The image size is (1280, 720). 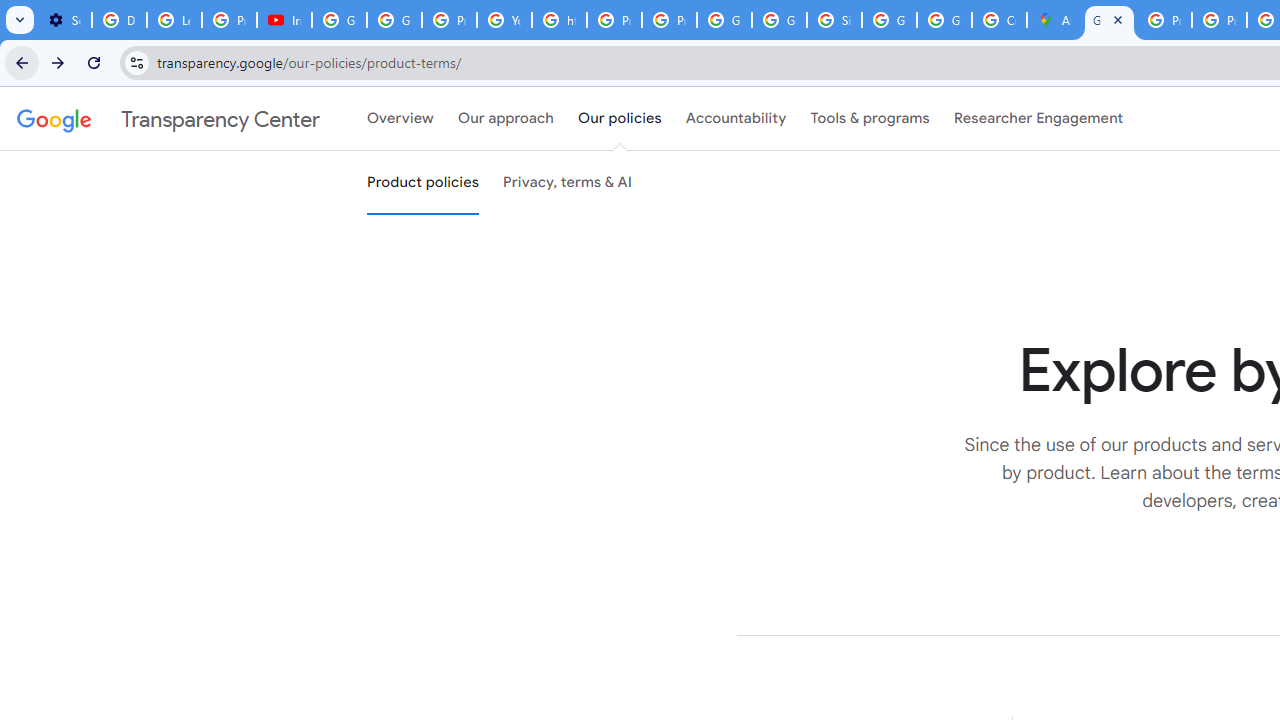 I want to click on 'Accountability', so click(x=735, y=119).